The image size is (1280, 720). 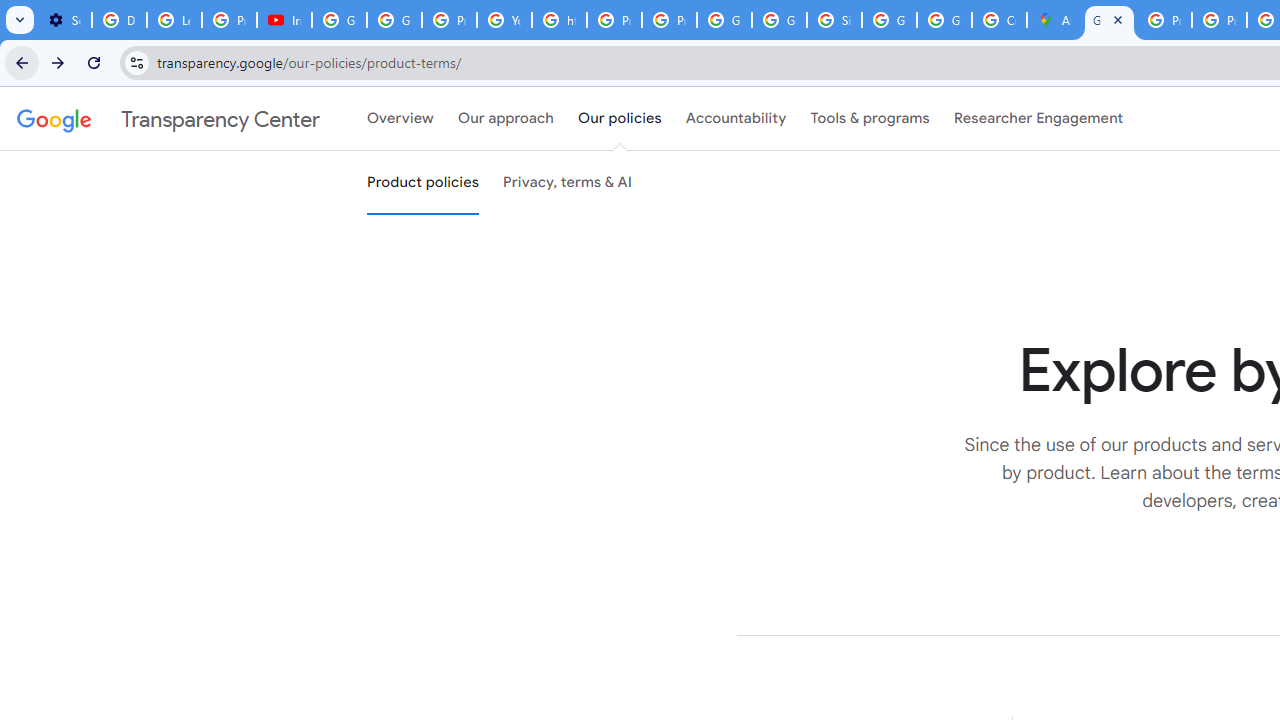 I want to click on 'Accountability', so click(x=735, y=119).